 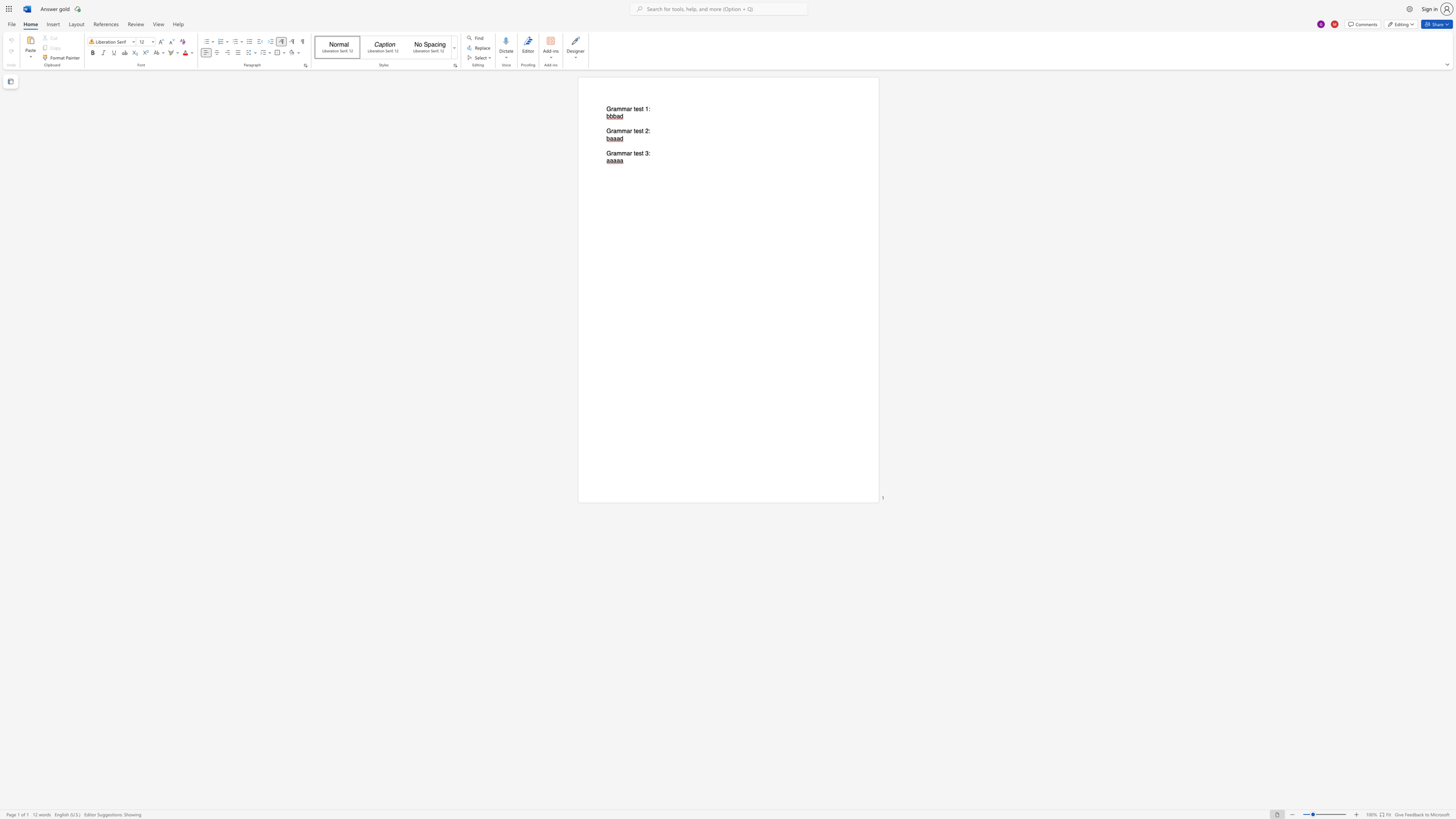 I want to click on the 1th character "m" in the text, so click(x=619, y=131).